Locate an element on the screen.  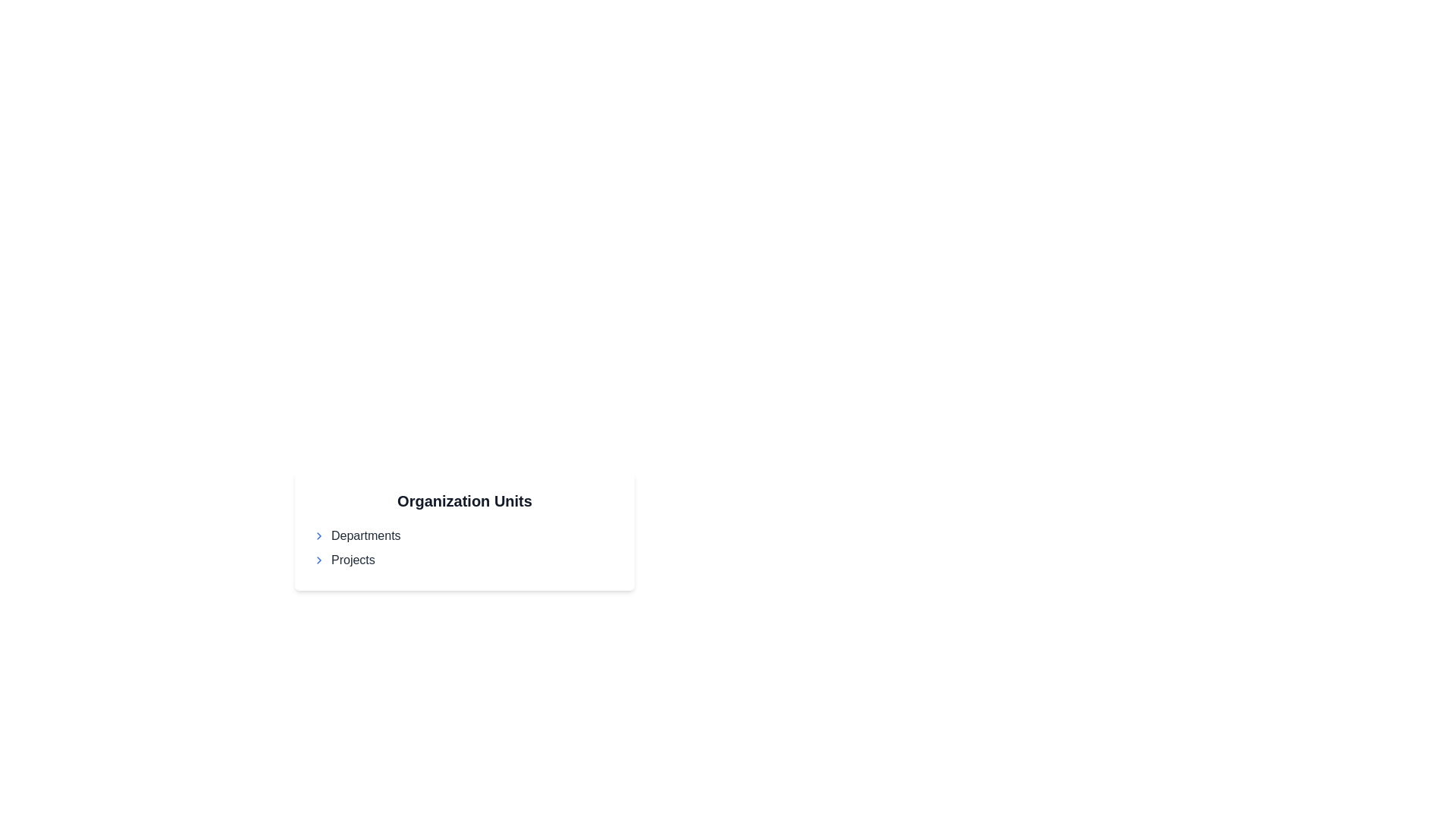
the 'Organization Units' text header, which is bold, large, and centered at the top of a white card layout is located at coordinates (464, 500).